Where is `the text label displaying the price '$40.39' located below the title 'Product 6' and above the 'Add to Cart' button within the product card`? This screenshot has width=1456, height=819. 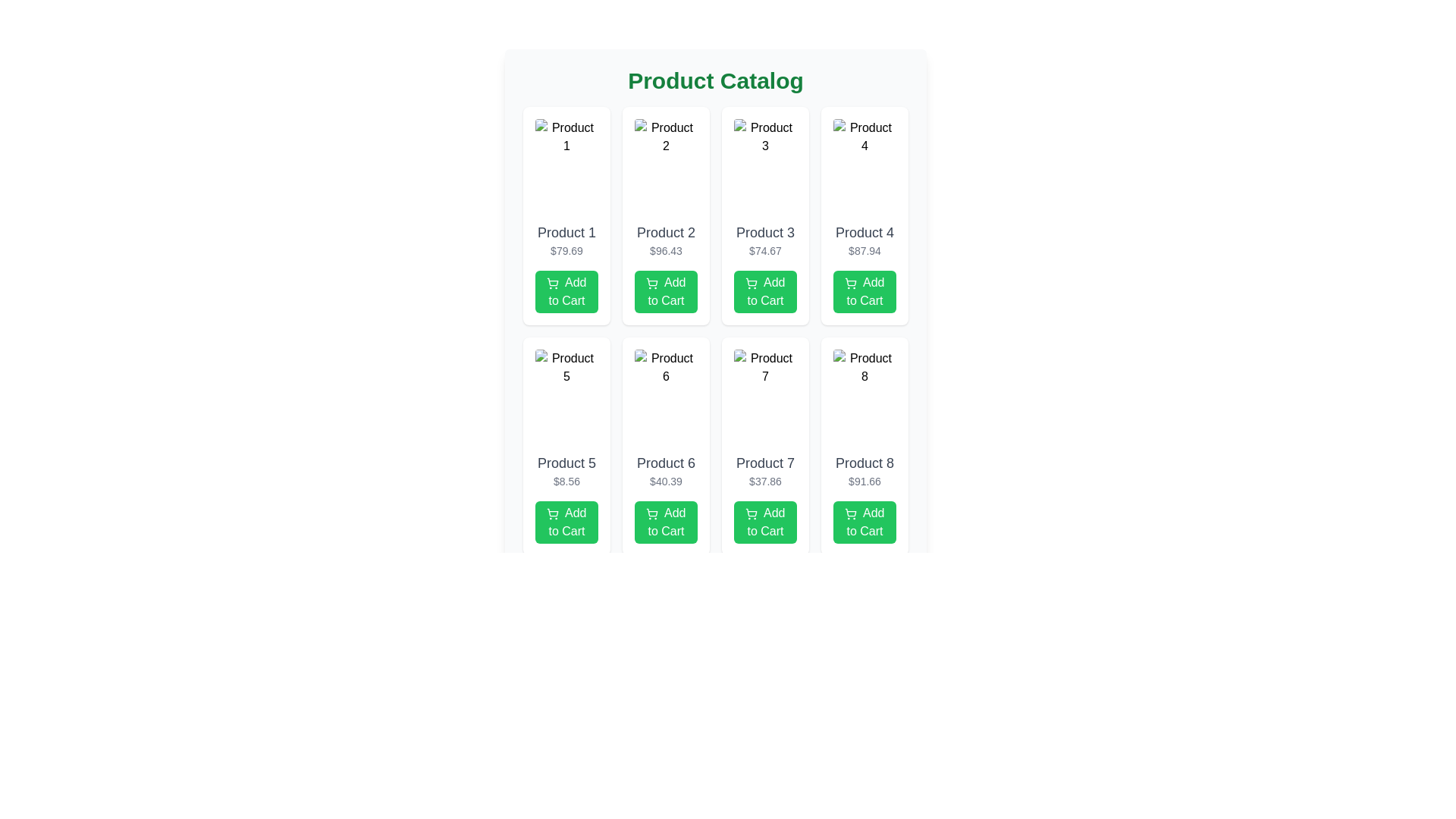 the text label displaying the price '$40.39' located below the title 'Product 6' and above the 'Add to Cart' button within the product card is located at coordinates (666, 482).